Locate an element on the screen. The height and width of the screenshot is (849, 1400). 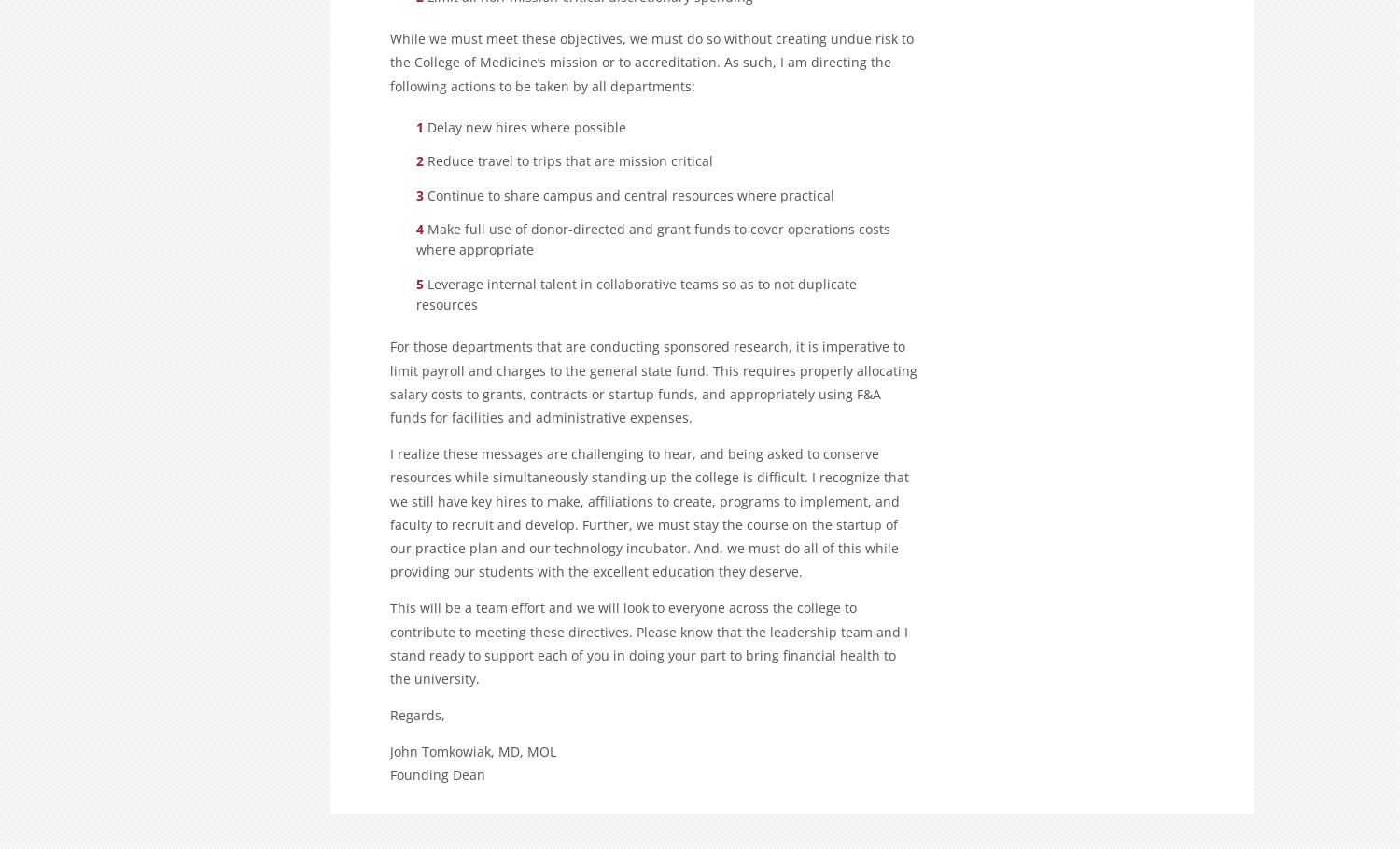
'For those departments that are conducting sponsored research, it is imperative to limit payroll and charges to the general state fund. This requires properly allocating salary costs to grants, contracts or startup funds, and appropriately using F&A funds for facilities and administrative expenses.' is located at coordinates (652, 381).